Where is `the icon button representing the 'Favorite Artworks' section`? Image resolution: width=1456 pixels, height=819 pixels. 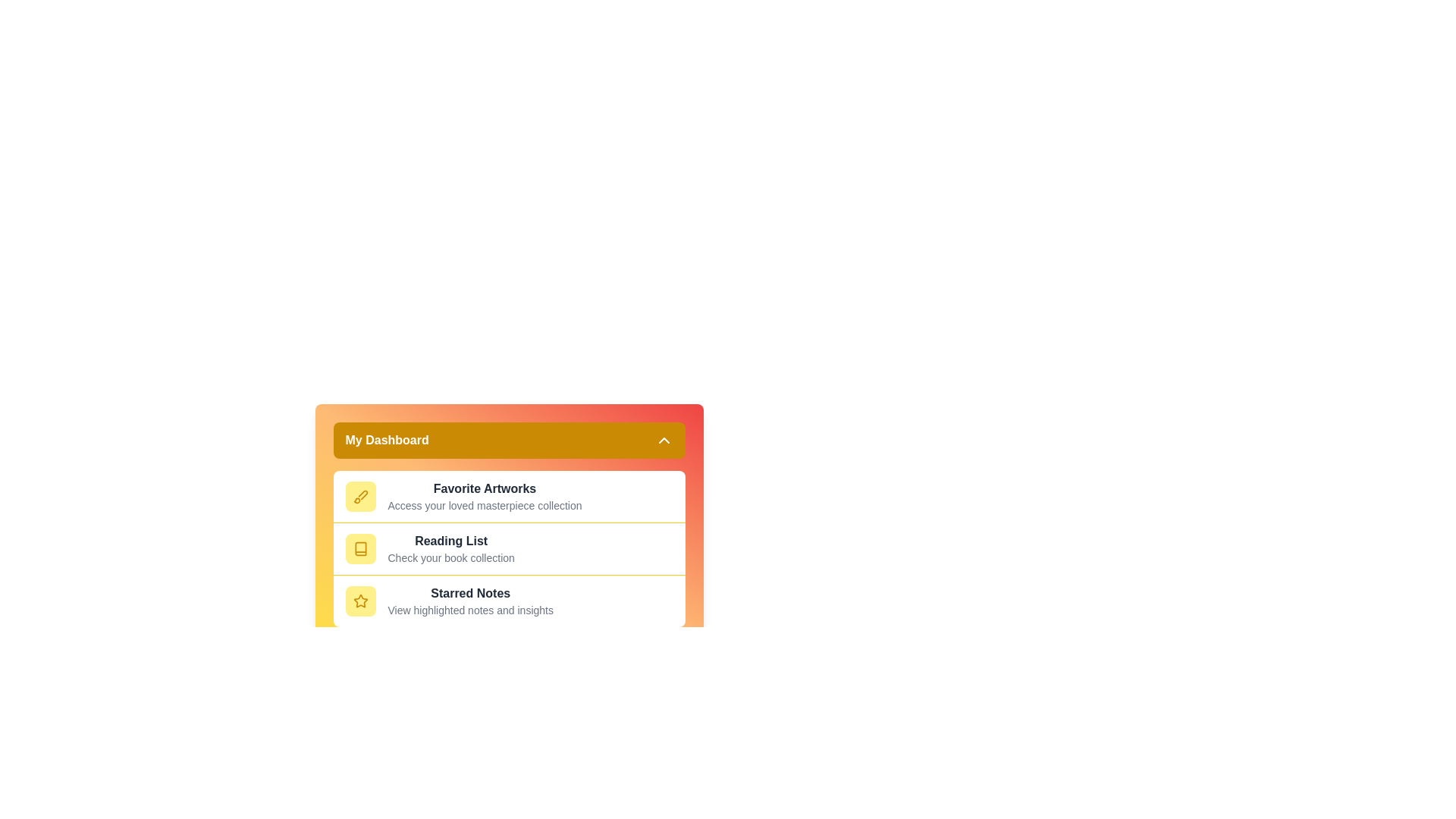
the icon button representing the 'Favorite Artworks' section is located at coordinates (359, 497).